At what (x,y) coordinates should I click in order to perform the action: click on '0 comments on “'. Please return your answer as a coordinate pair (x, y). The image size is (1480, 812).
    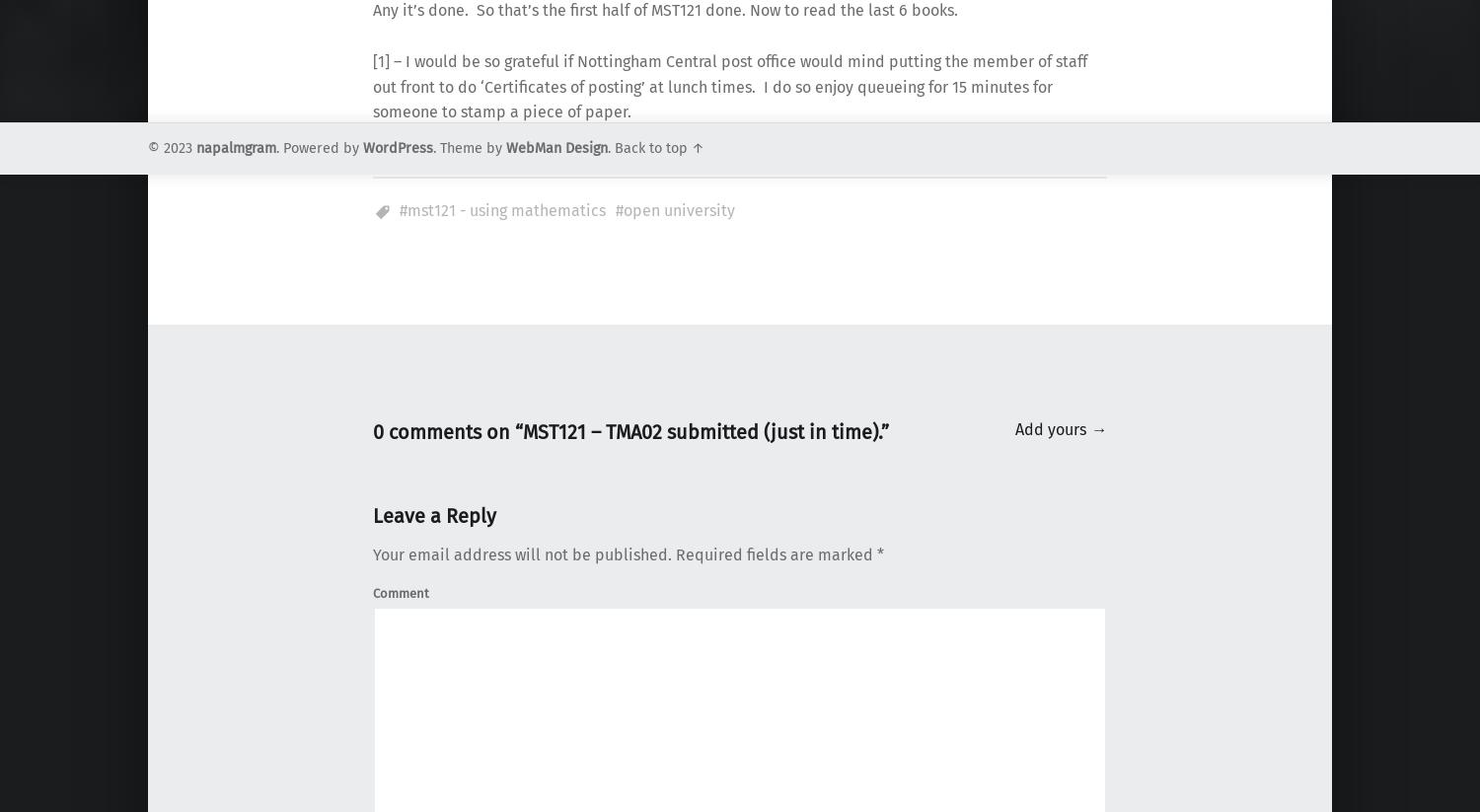
    Looking at the image, I should click on (447, 431).